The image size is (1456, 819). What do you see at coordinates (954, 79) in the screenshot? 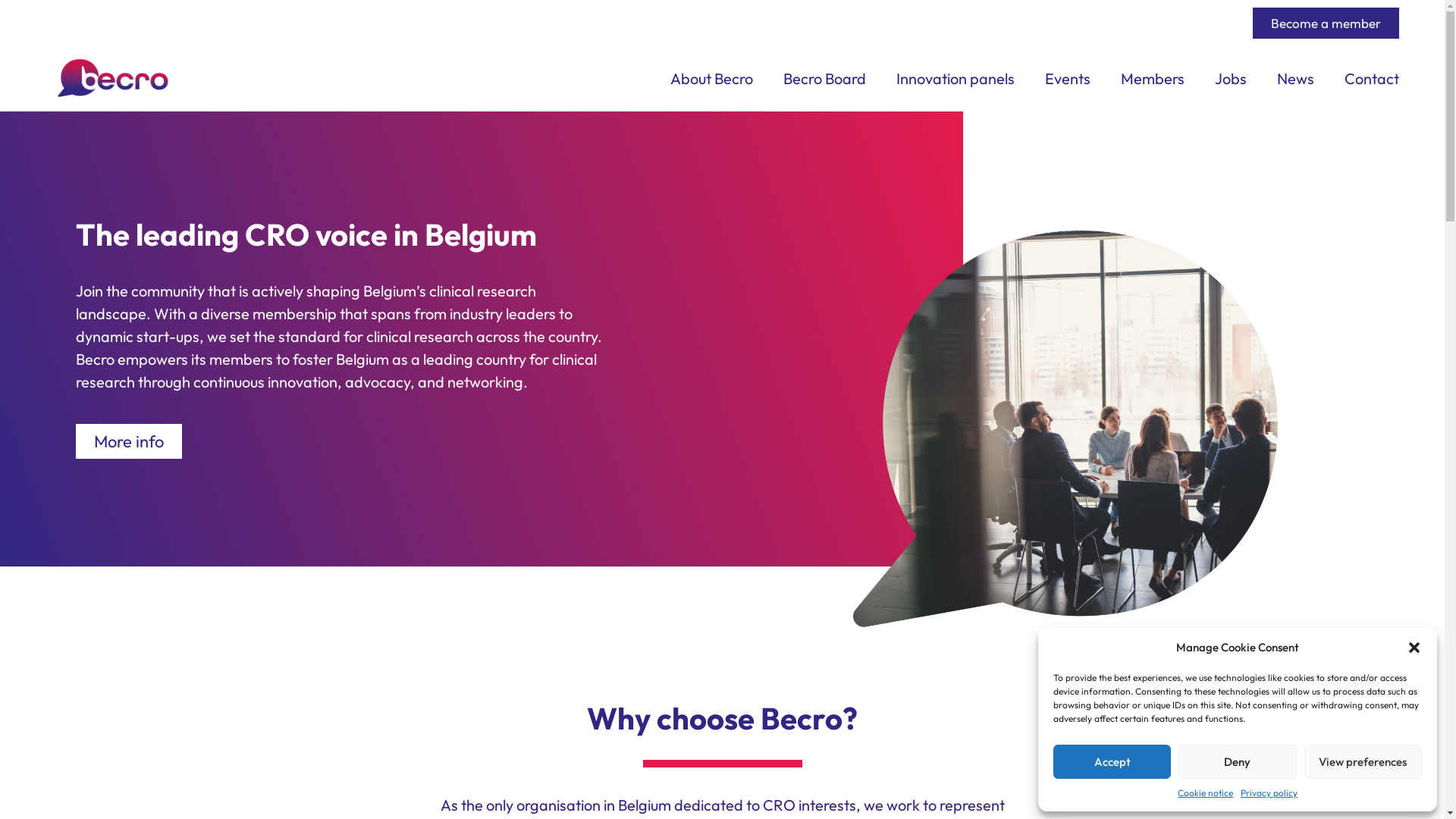
I see `'Innovation panels'` at bounding box center [954, 79].